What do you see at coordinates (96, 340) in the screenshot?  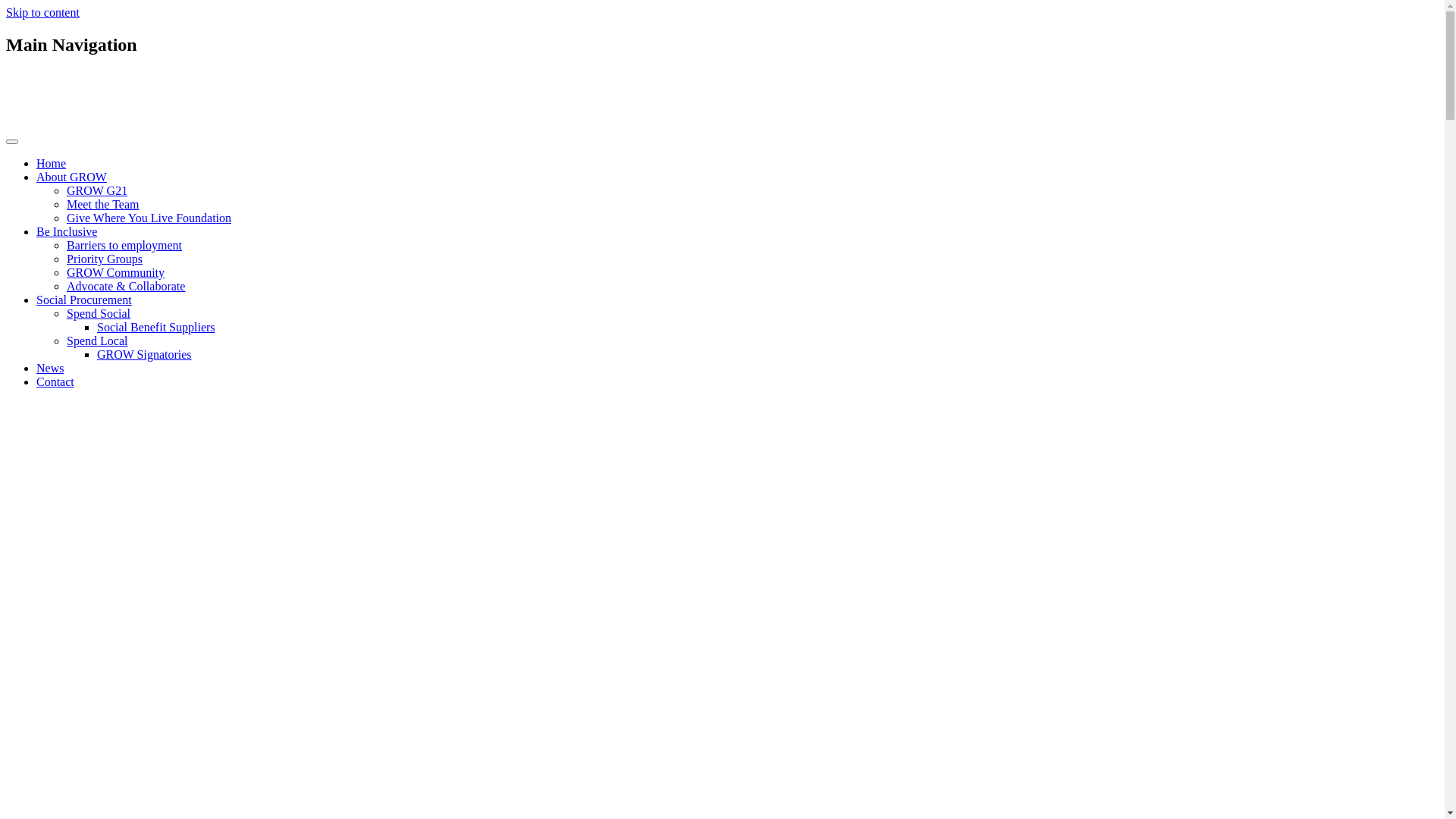 I see `'Spend Local'` at bounding box center [96, 340].